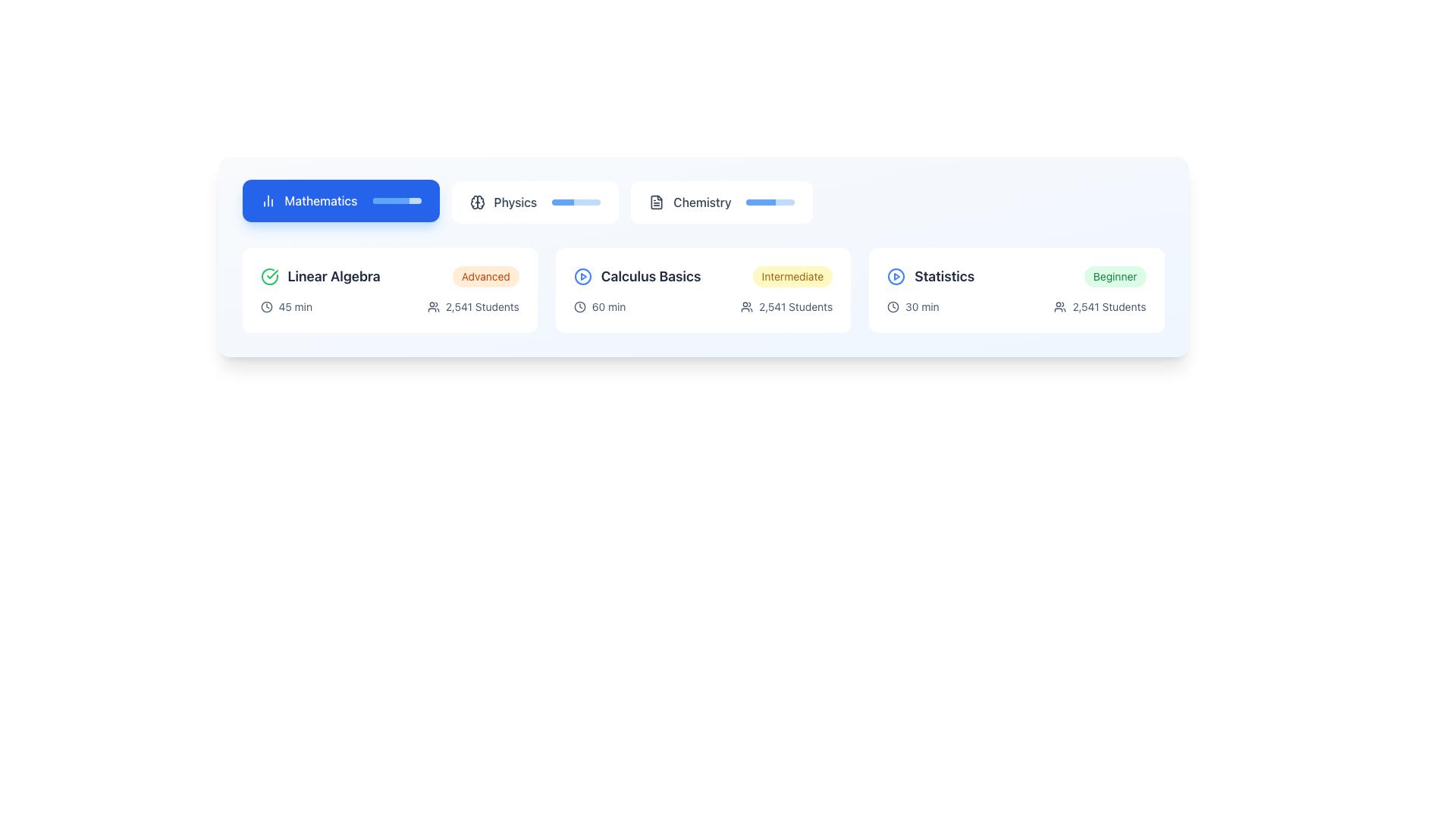  Describe the element at coordinates (761, 201) in the screenshot. I see `the progress bar segment indicating completion level for the 'Chemistry' section` at that location.